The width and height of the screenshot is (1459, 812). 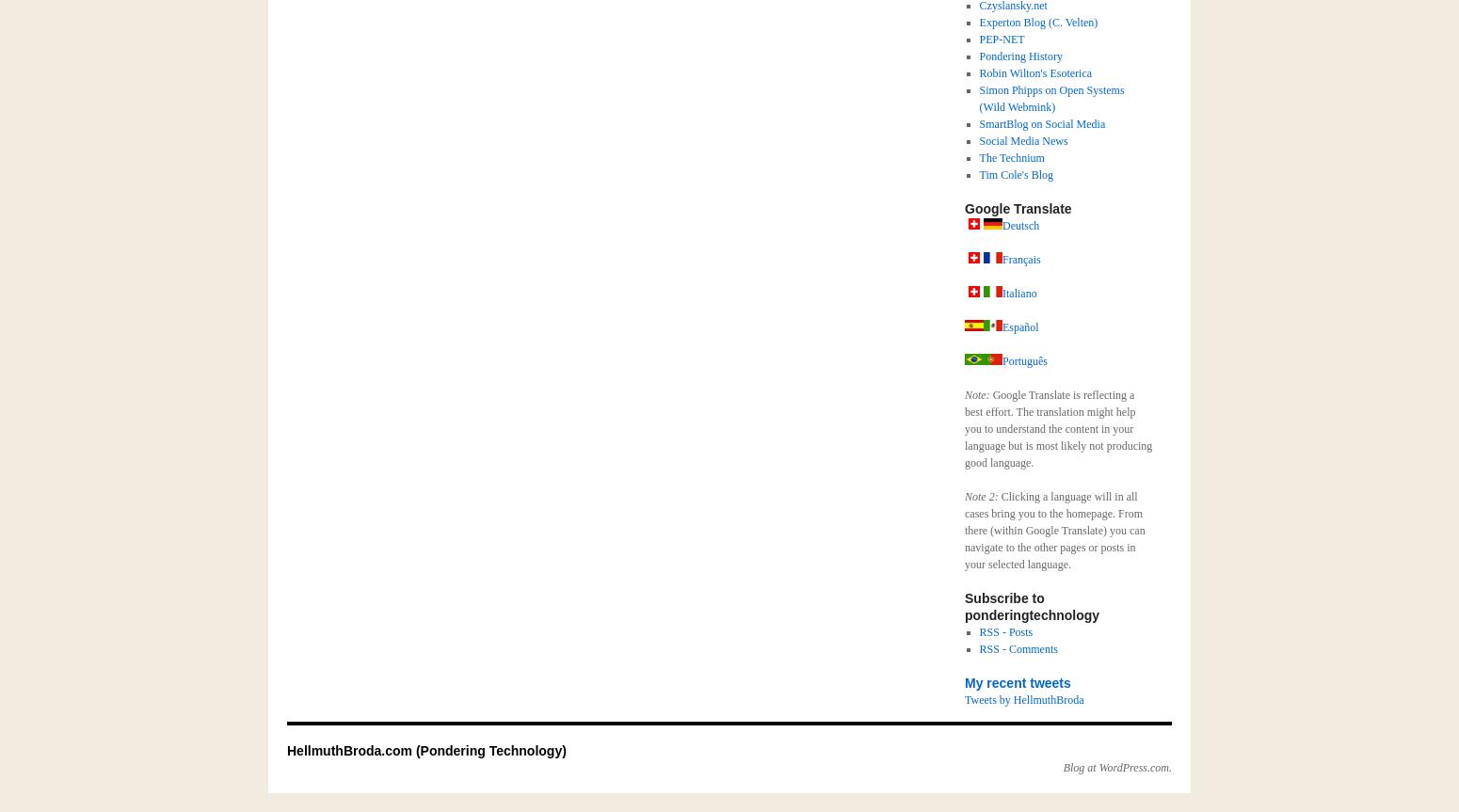 I want to click on 'My recent tweets', so click(x=1017, y=683).